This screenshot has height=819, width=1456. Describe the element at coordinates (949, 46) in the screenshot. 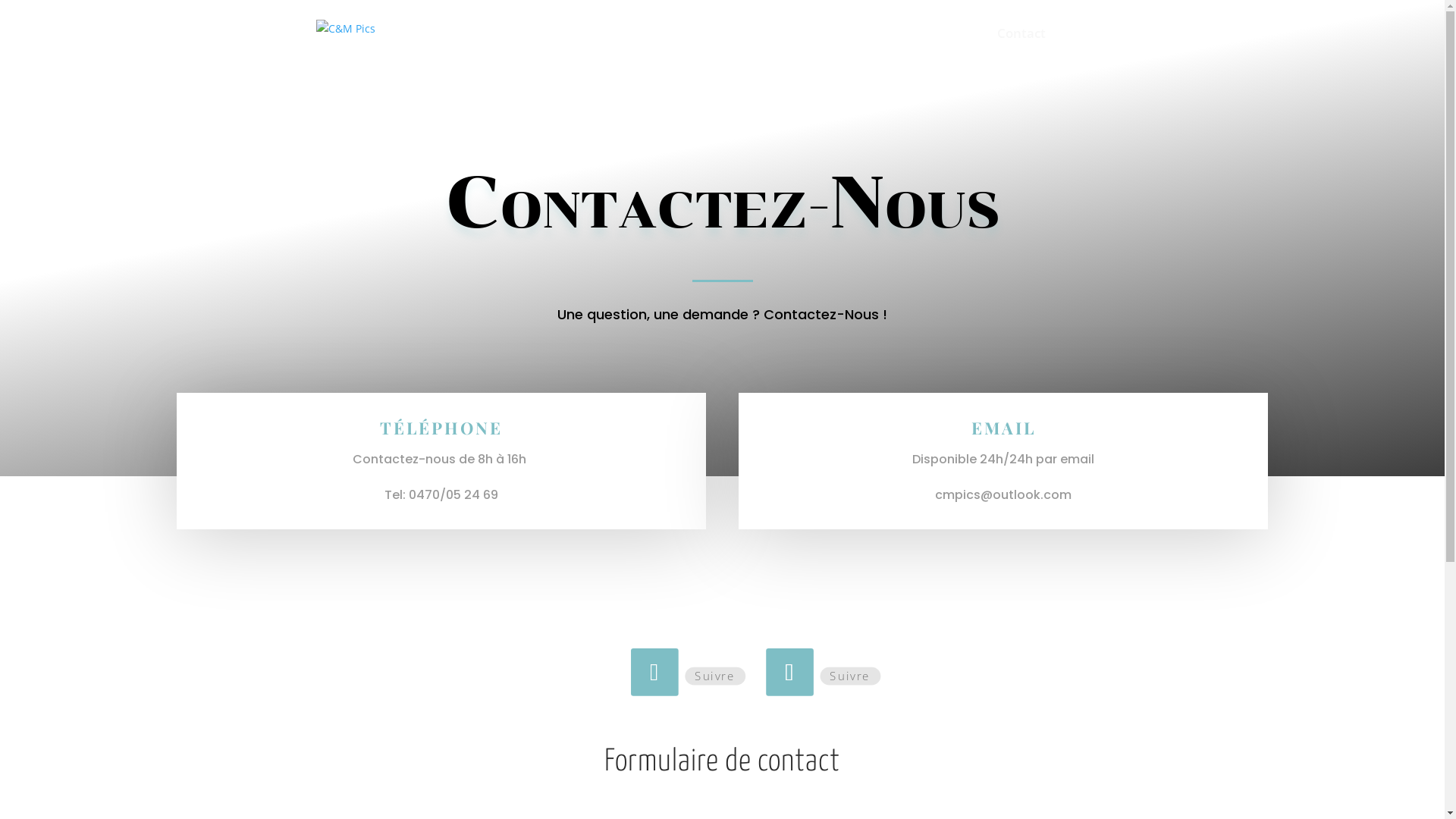

I see `'Portfolio'` at that location.